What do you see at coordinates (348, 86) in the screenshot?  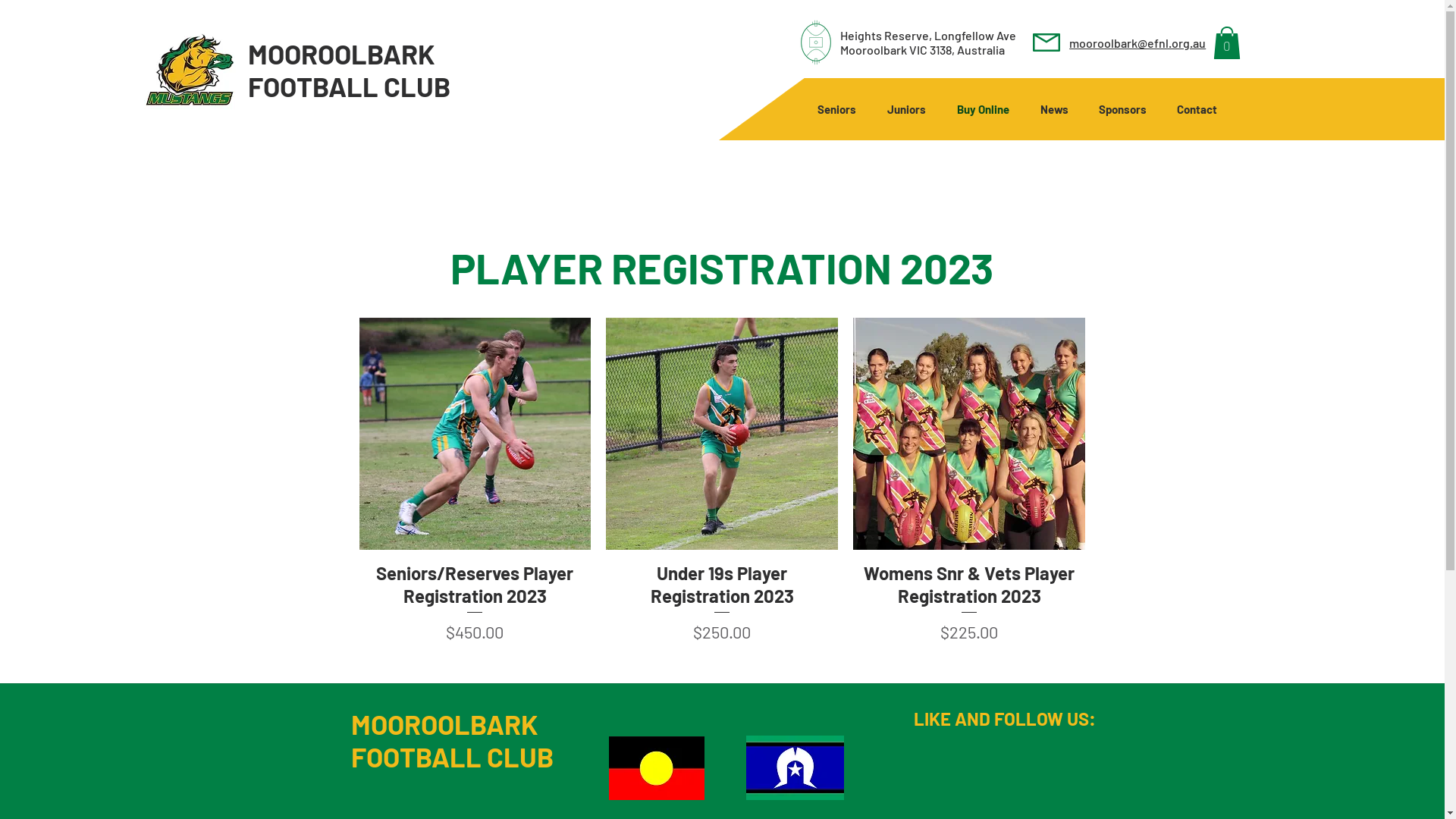 I see `'FOOTBALL CLUB'` at bounding box center [348, 86].